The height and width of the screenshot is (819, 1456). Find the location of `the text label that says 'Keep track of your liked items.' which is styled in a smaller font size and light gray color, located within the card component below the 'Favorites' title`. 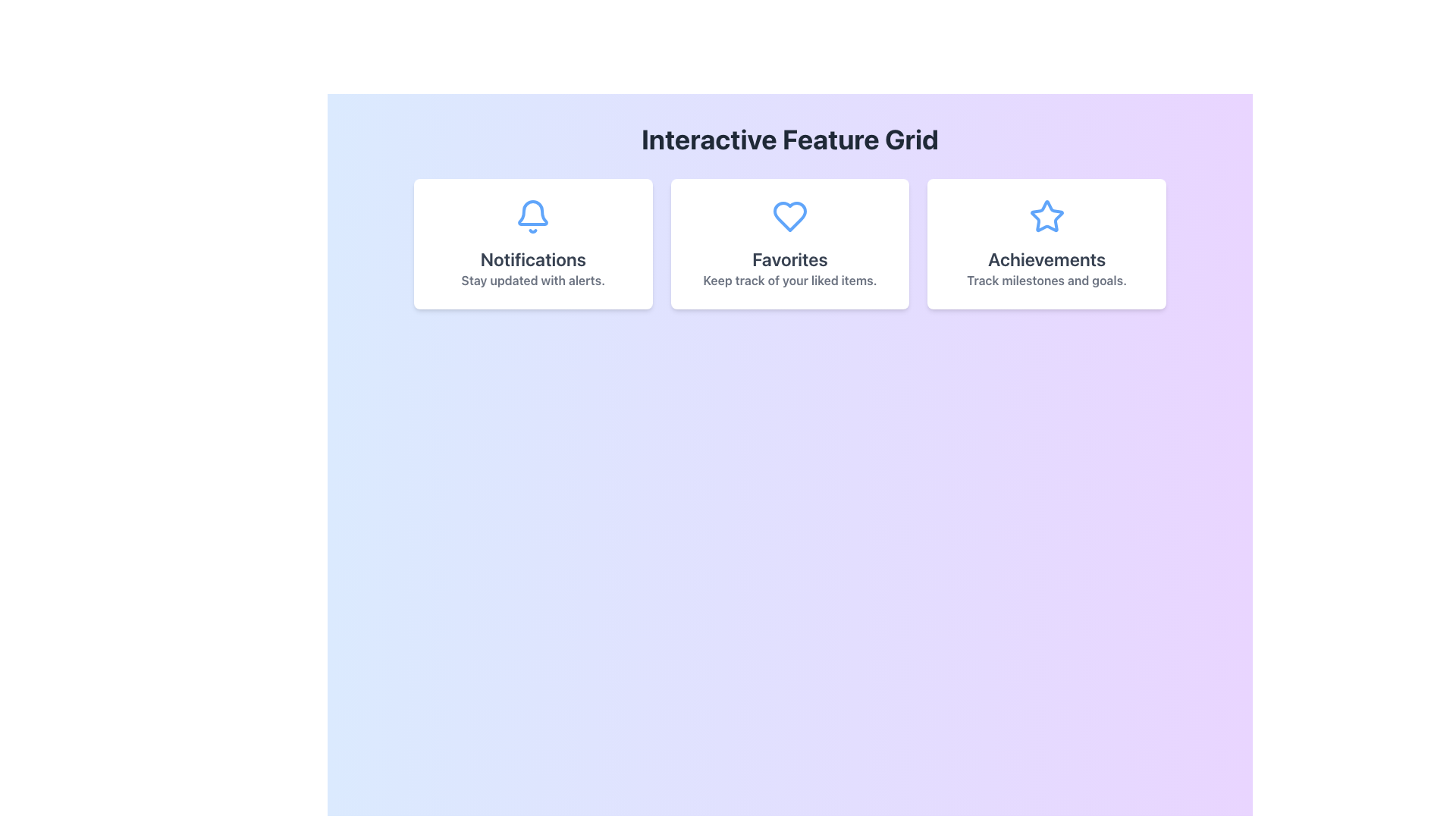

the text label that says 'Keep track of your liked items.' which is styled in a smaller font size and light gray color, located within the card component below the 'Favorites' title is located at coordinates (789, 281).